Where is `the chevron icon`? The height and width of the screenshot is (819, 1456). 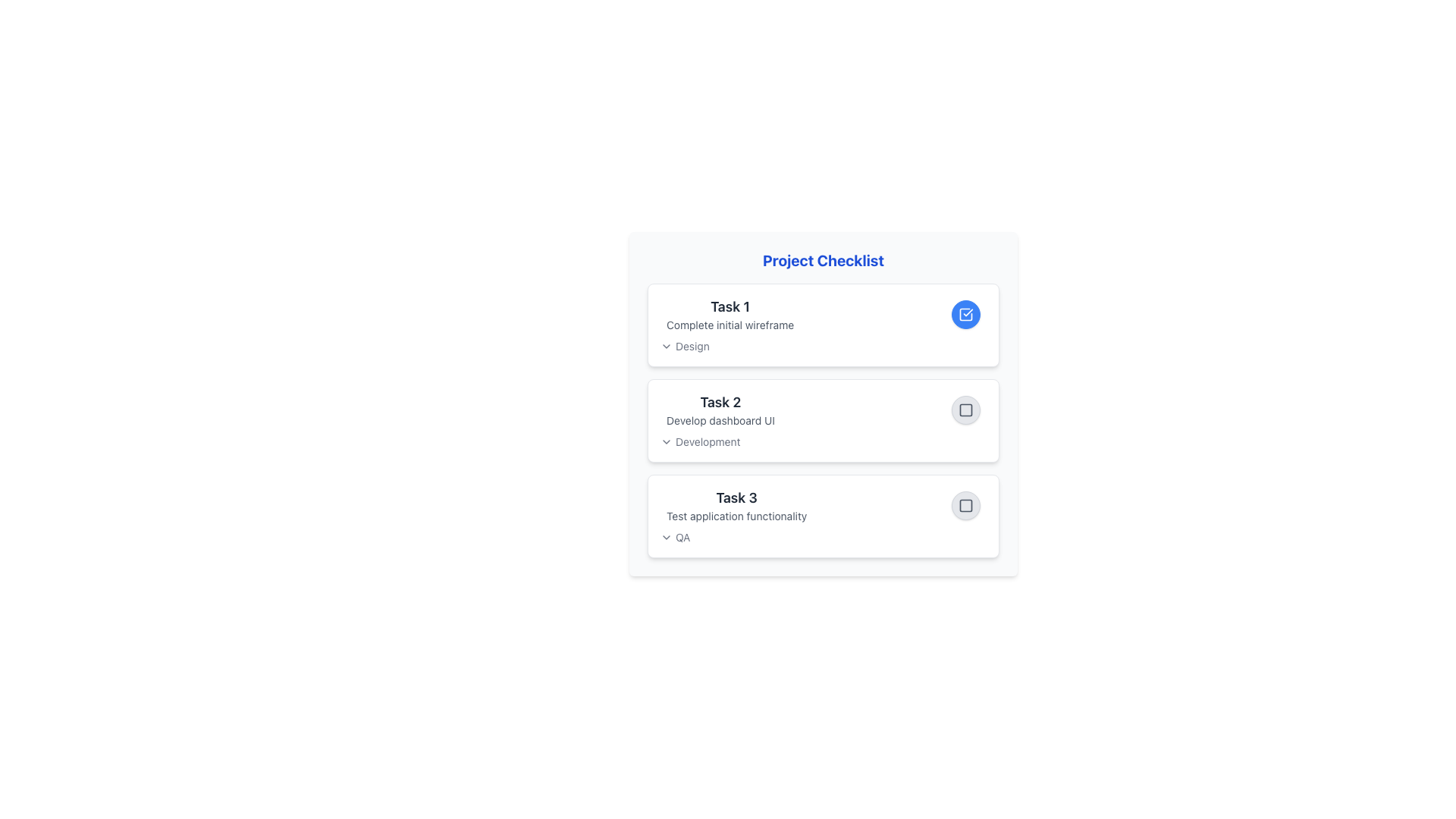 the chevron icon is located at coordinates (666, 346).